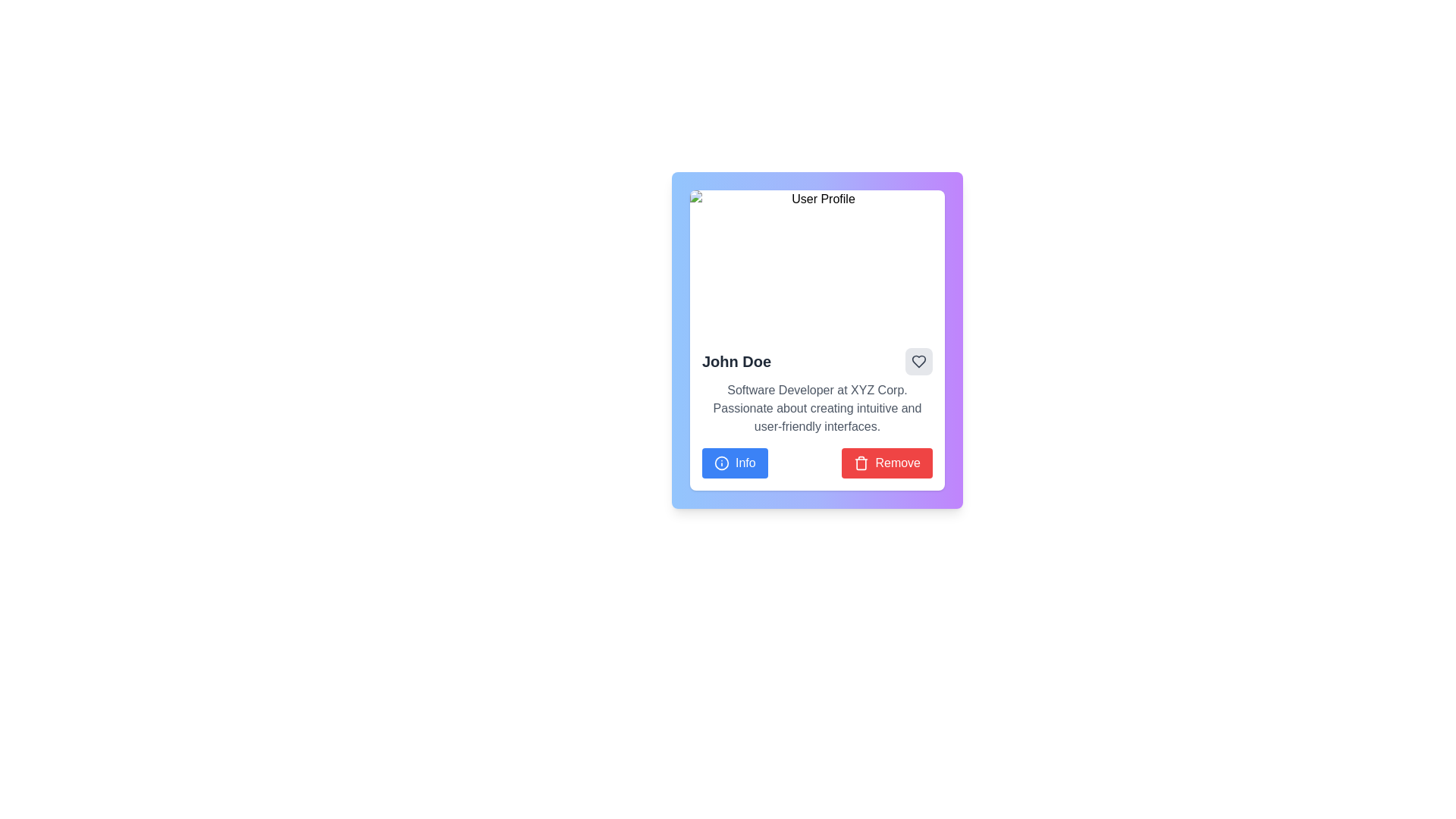  I want to click on the image placeholder for the user's profile appearance located at the top area of the profile card, so click(817, 262).